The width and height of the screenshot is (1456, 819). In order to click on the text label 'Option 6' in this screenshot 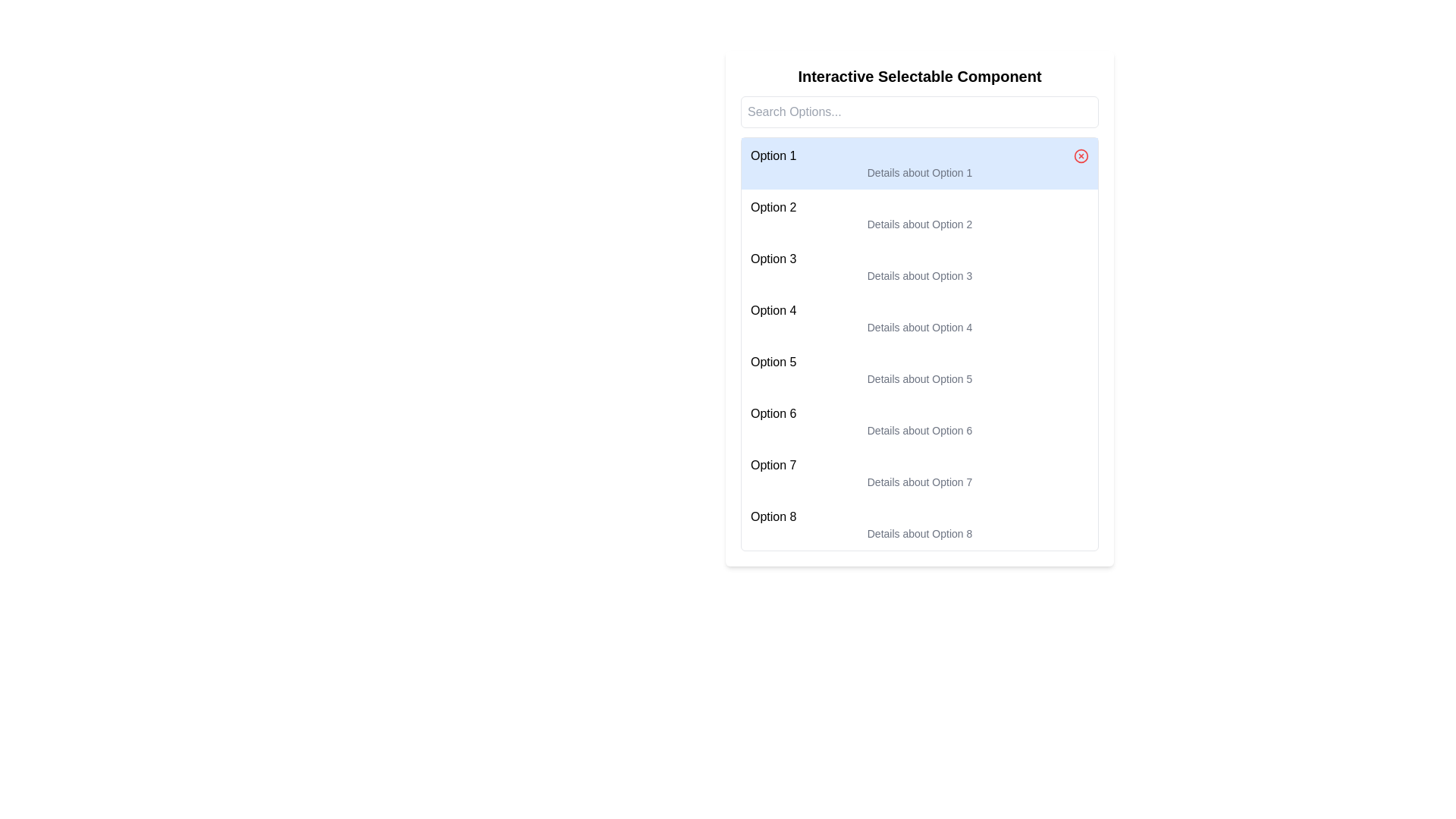, I will do `click(773, 414)`.